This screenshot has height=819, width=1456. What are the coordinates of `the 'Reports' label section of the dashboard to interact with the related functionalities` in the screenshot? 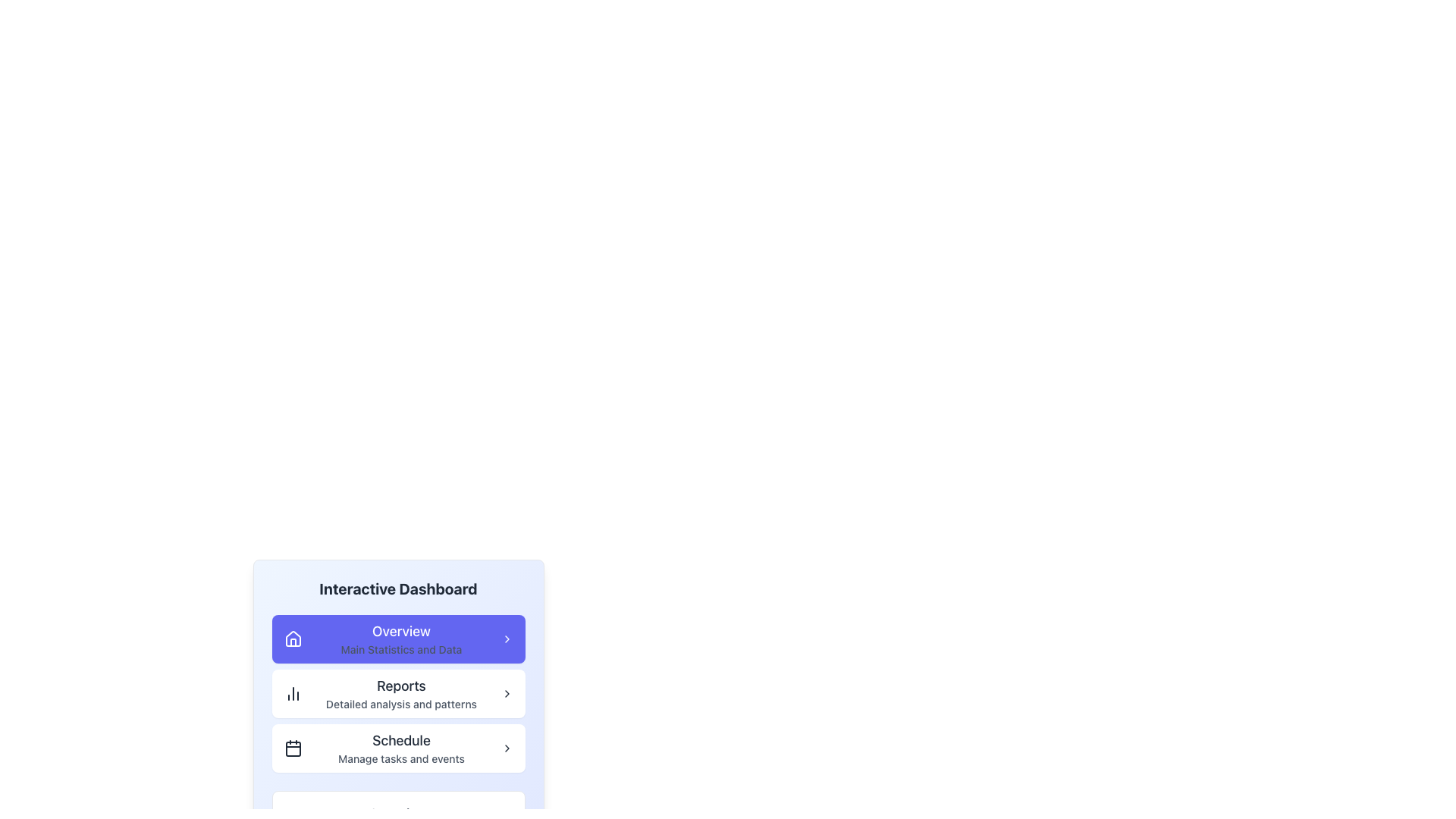 It's located at (401, 686).